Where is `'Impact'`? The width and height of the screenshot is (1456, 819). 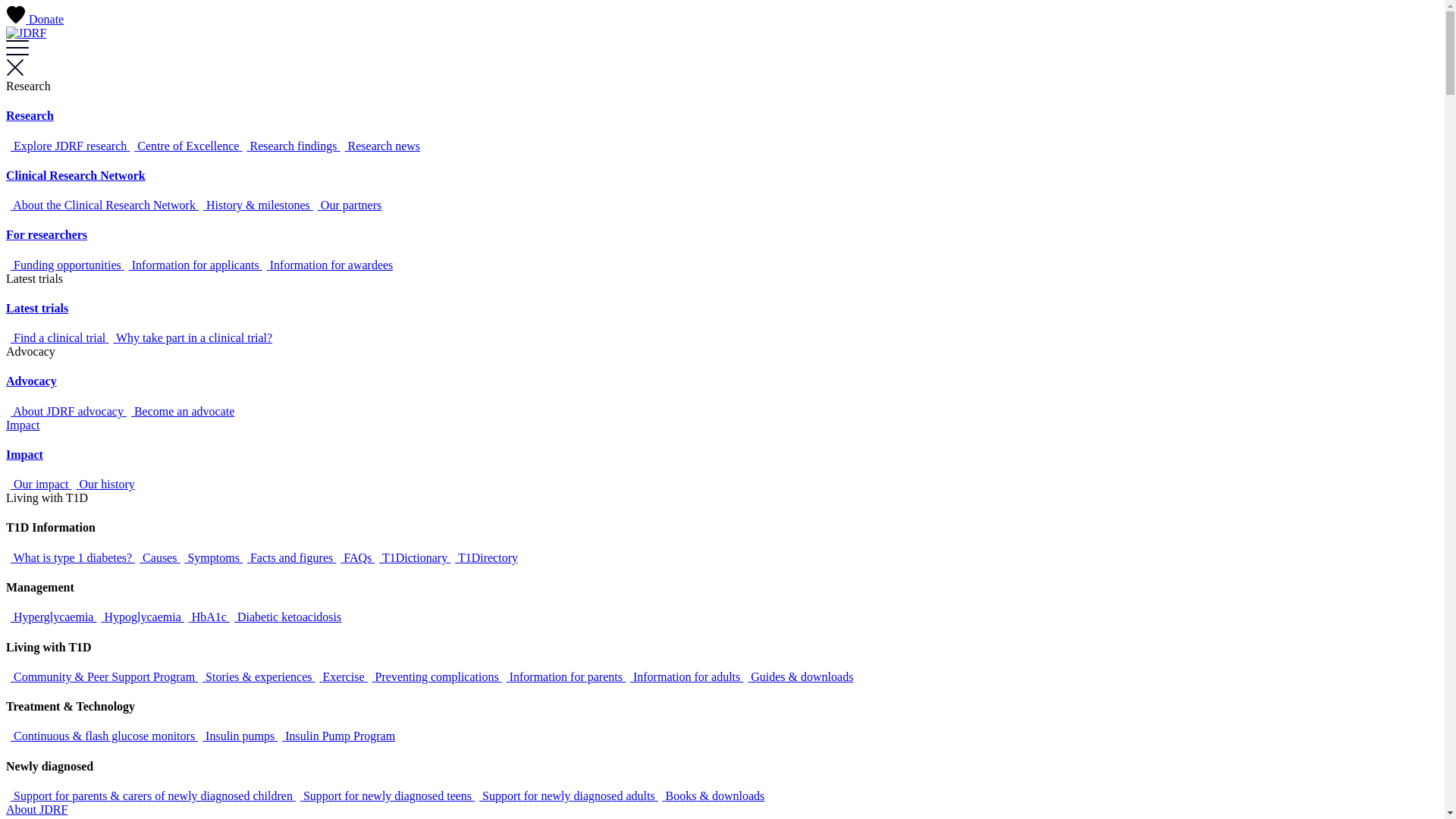
'Impact' is located at coordinates (24, 453).